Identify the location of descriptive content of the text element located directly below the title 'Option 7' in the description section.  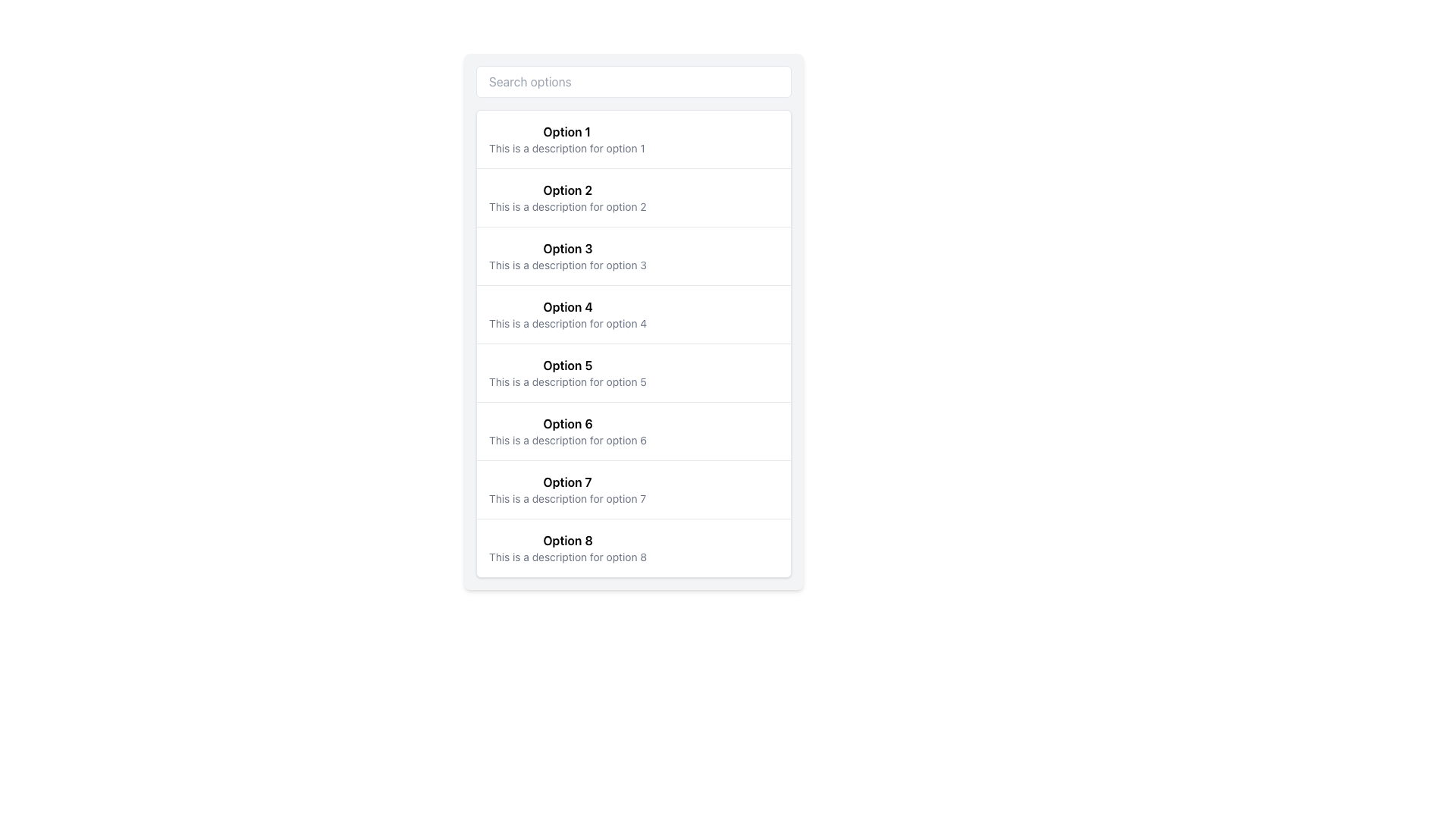
(566, 499).